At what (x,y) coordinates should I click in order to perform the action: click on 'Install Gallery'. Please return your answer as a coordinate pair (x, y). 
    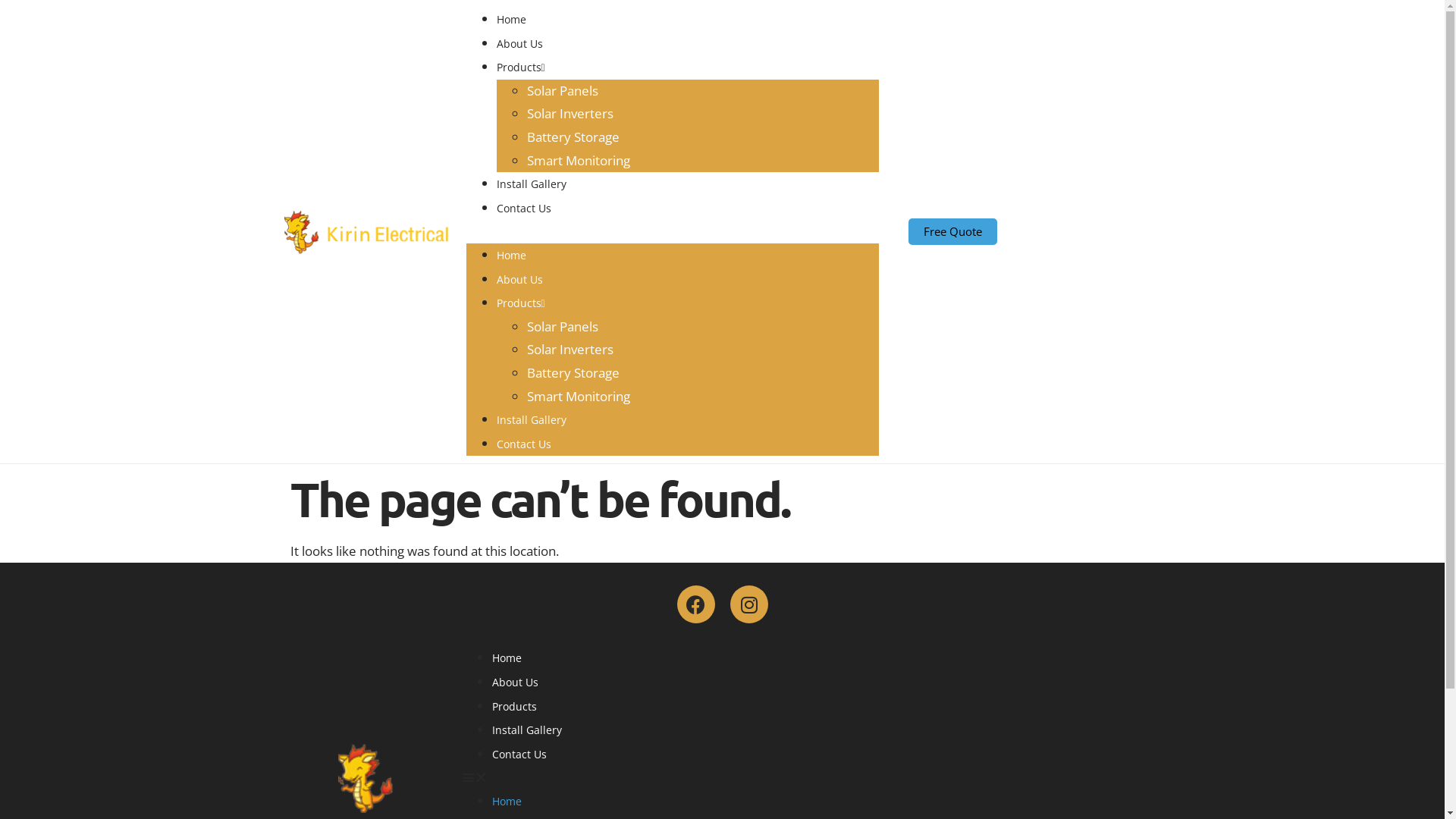
    Looking at the image, I should click on (531, 419).